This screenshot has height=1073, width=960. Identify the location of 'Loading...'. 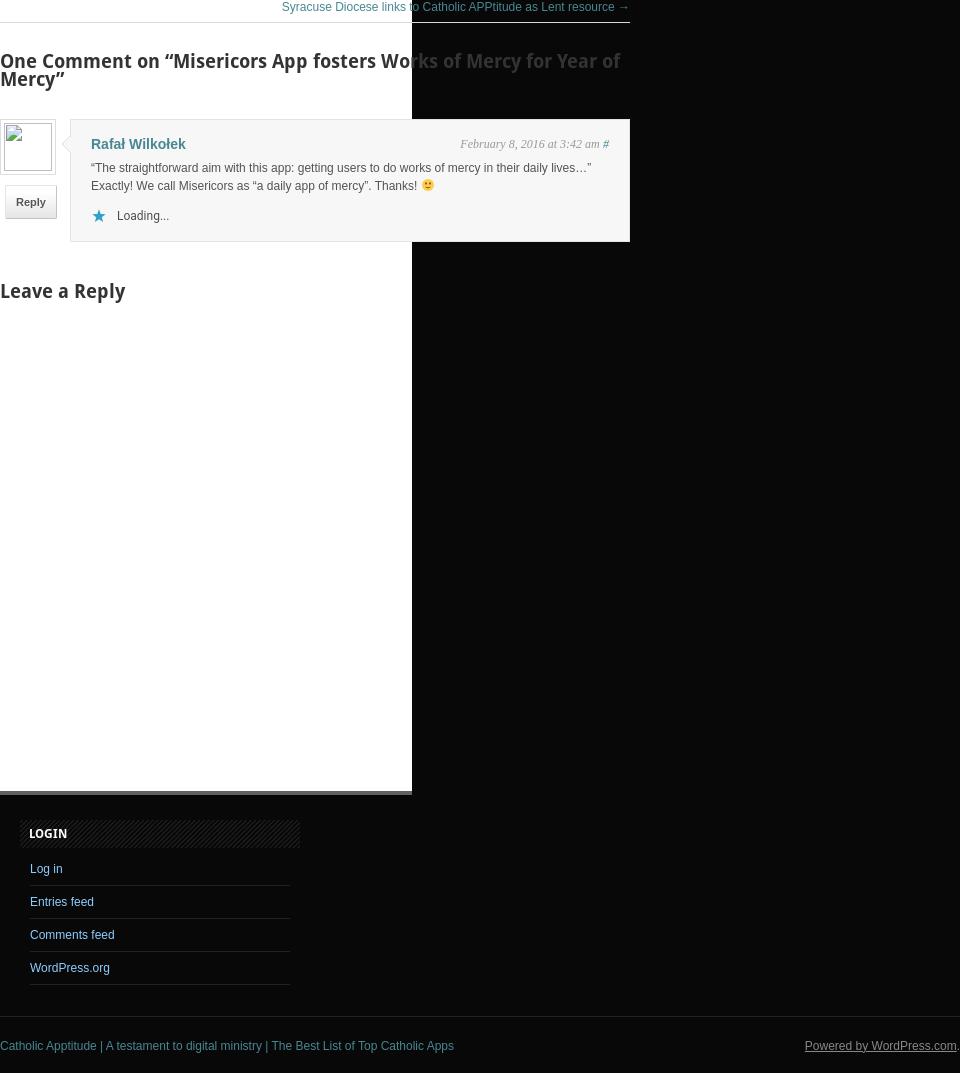
(142, 215).